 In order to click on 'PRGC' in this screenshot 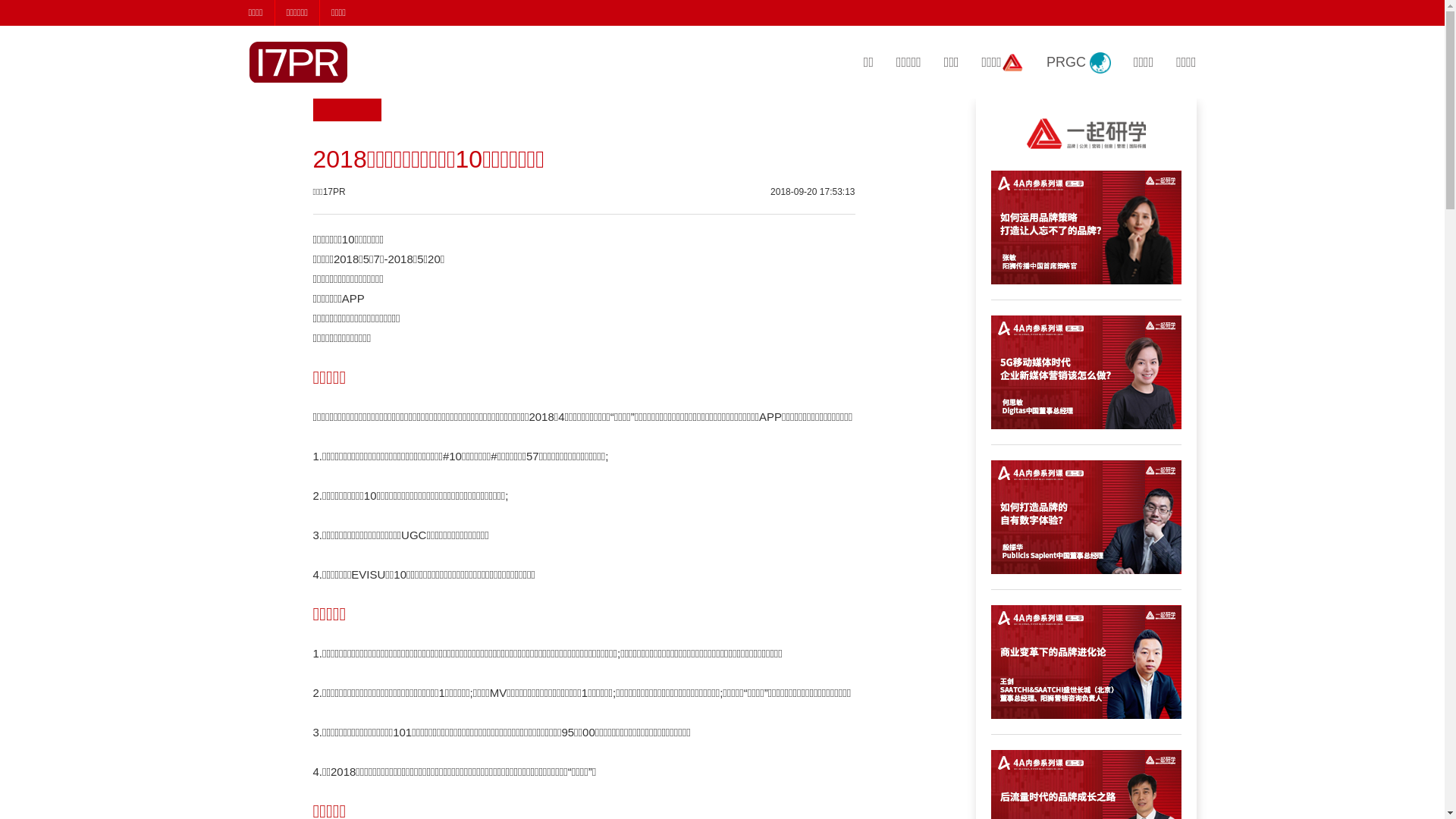, I will do `click(1078, 63)`.